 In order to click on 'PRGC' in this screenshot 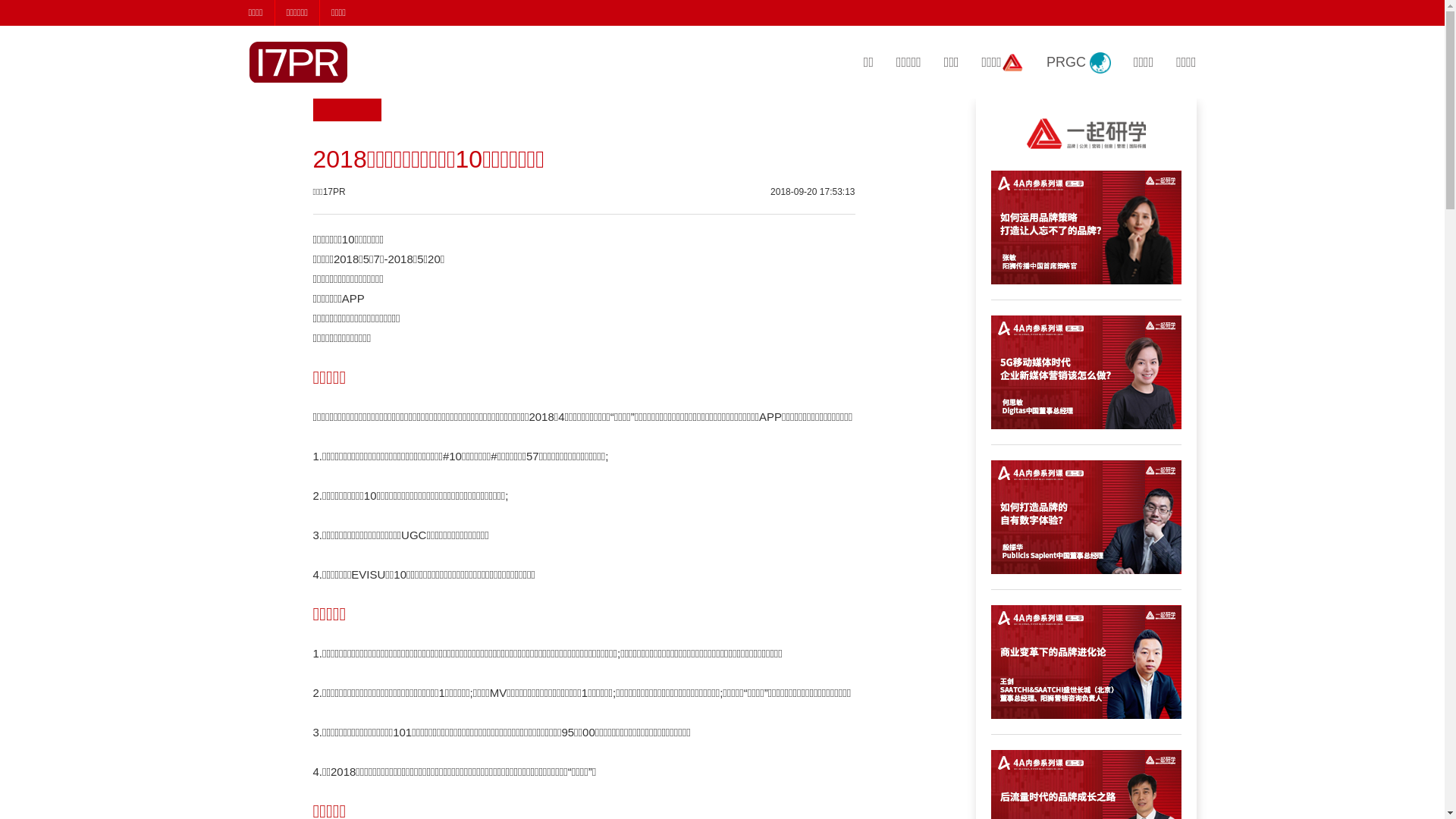, I will do `click(1078, 63)`.